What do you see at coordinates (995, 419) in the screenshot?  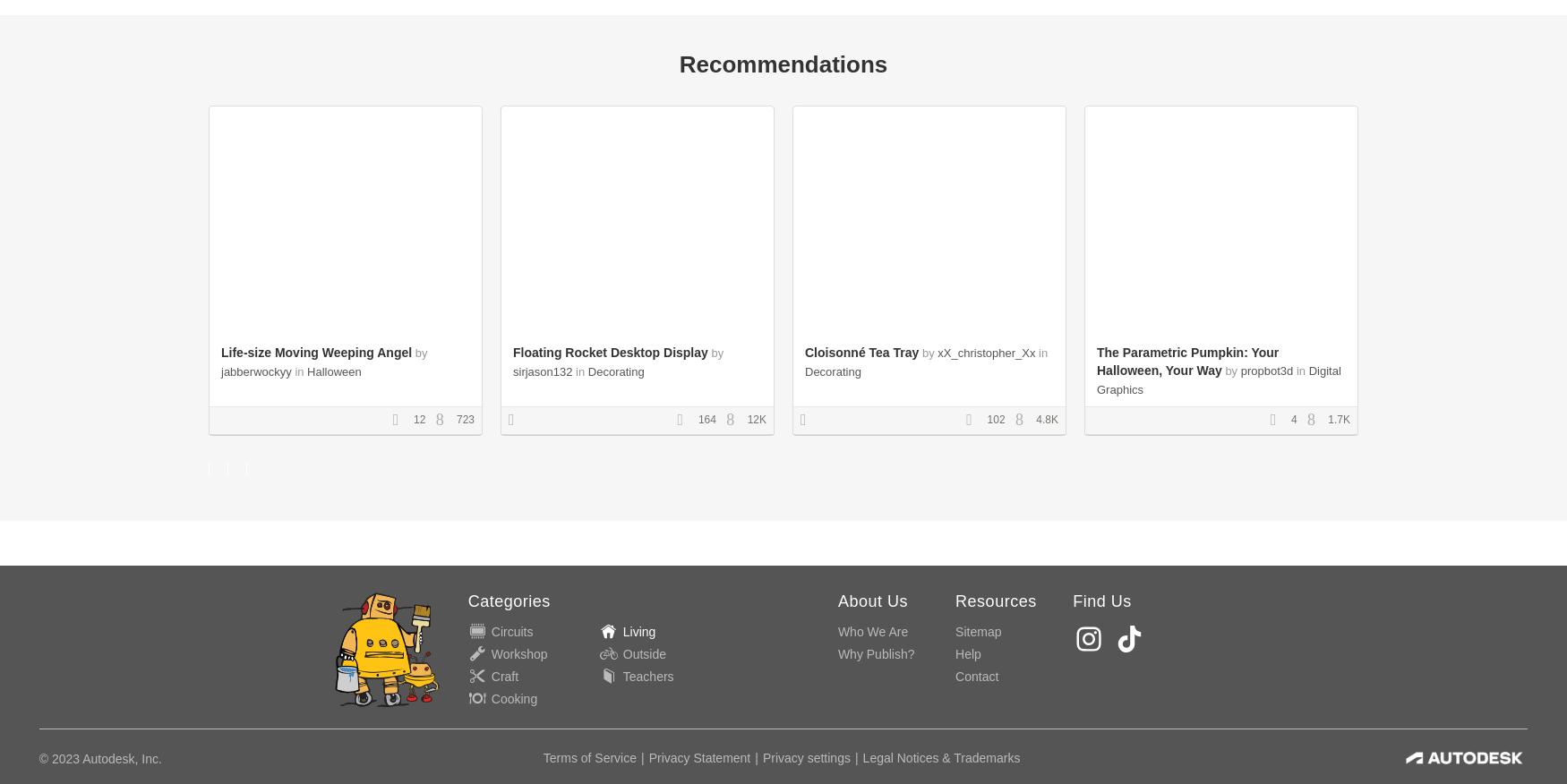 I see `'102'` at bounding box center [995, 419].